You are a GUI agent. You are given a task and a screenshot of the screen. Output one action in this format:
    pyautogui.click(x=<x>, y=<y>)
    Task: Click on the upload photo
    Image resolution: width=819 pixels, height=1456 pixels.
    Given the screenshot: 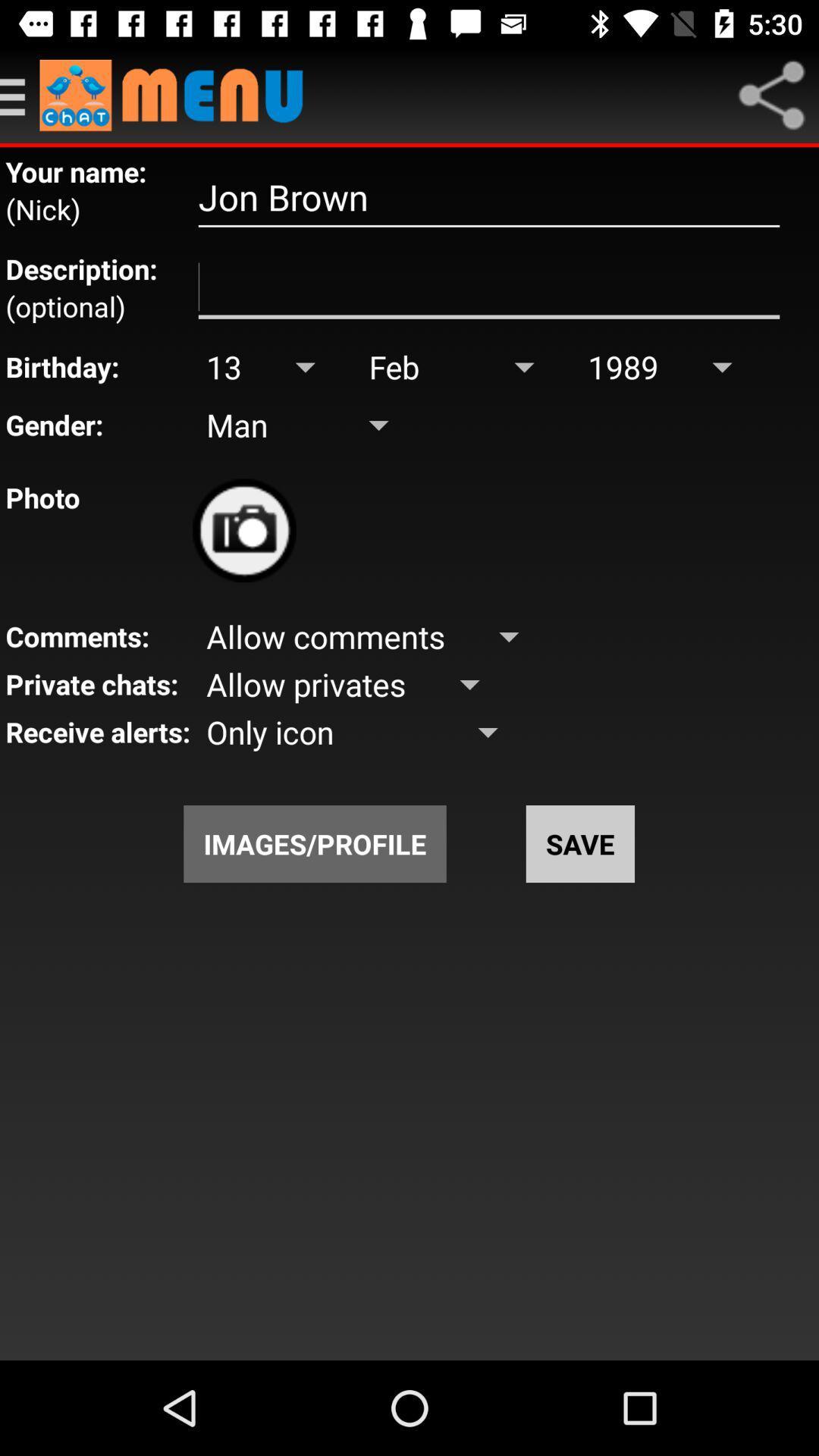 What is the action you would take?
    pyautogui.click(x=243, y=530)
    